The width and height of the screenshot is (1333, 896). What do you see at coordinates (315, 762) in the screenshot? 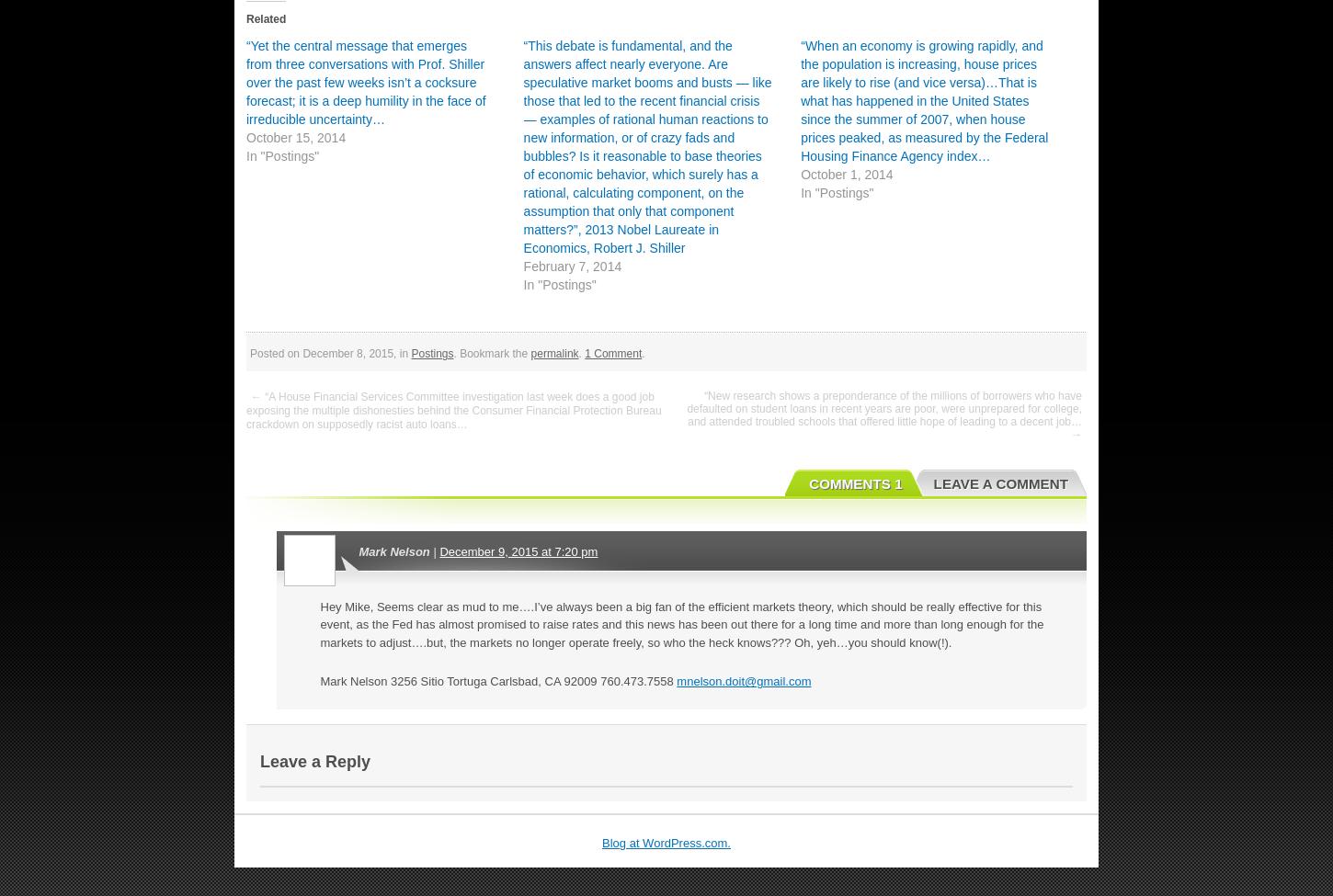
I see `'Leave a Reply'` at bounding box center [315, 762].